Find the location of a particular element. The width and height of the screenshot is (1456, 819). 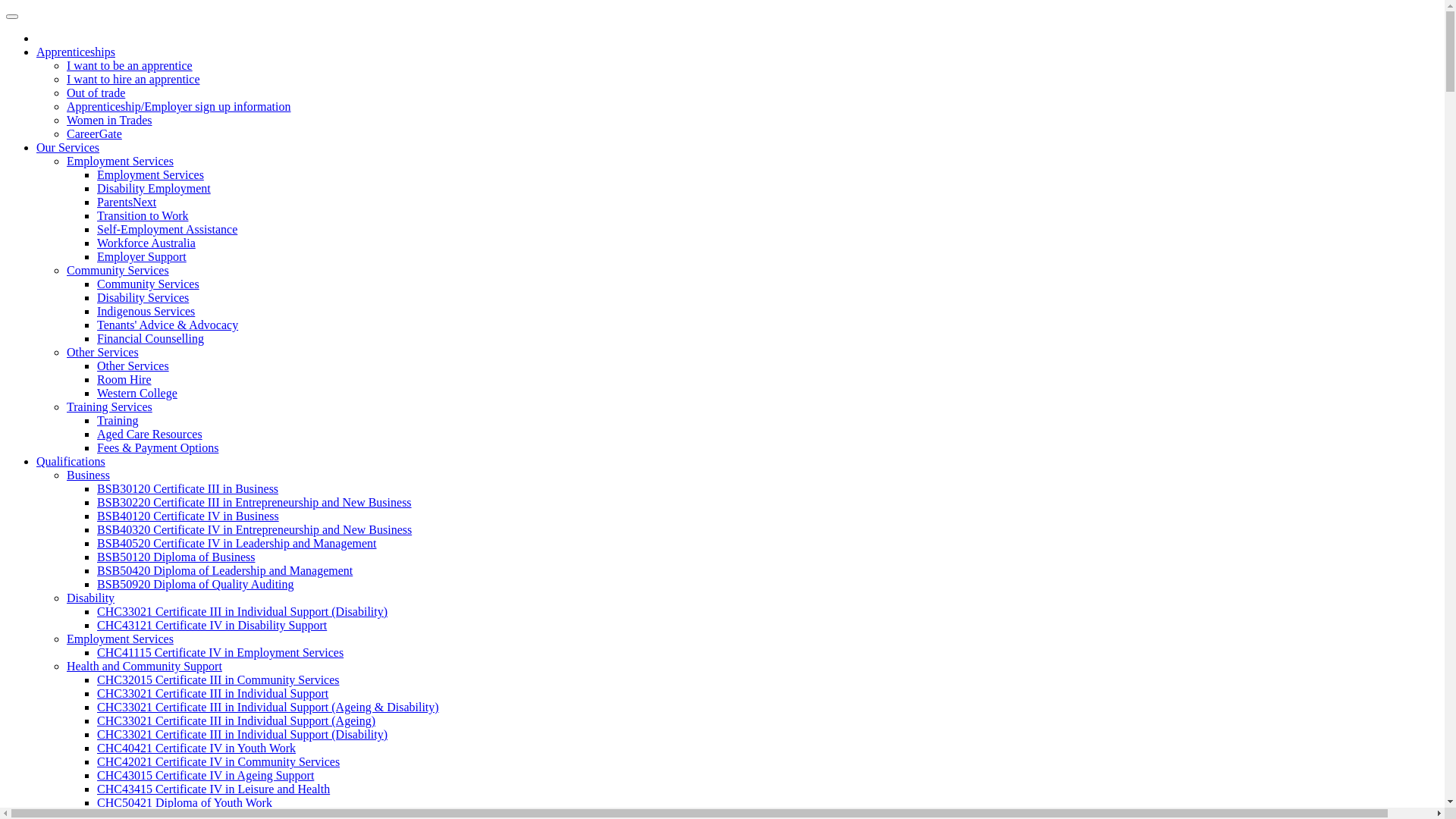

'Disability' is located at coordinates (89, 597).